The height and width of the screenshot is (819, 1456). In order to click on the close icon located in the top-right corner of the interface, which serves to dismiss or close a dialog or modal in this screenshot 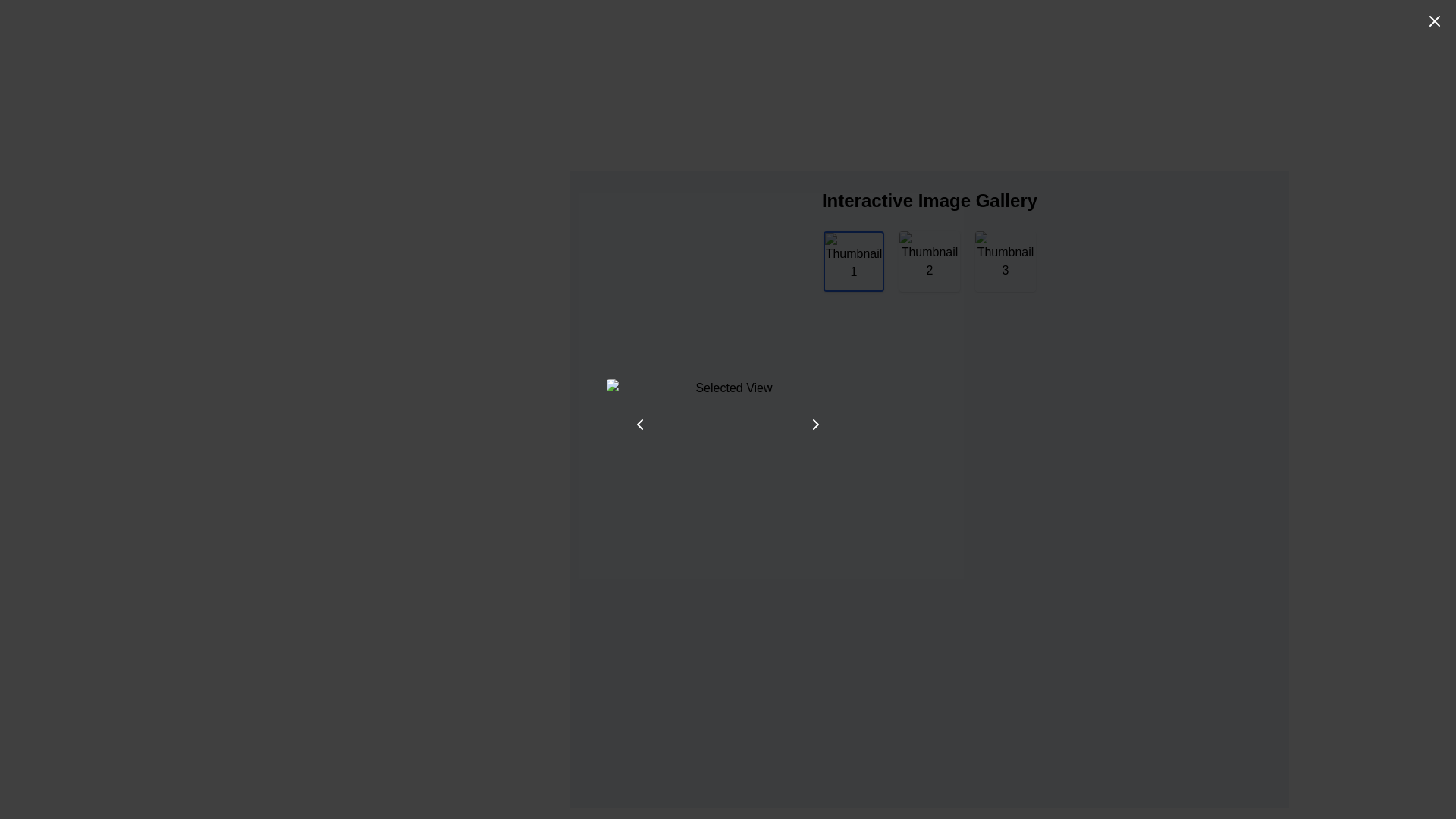, I will do `click(1433, 20)`.